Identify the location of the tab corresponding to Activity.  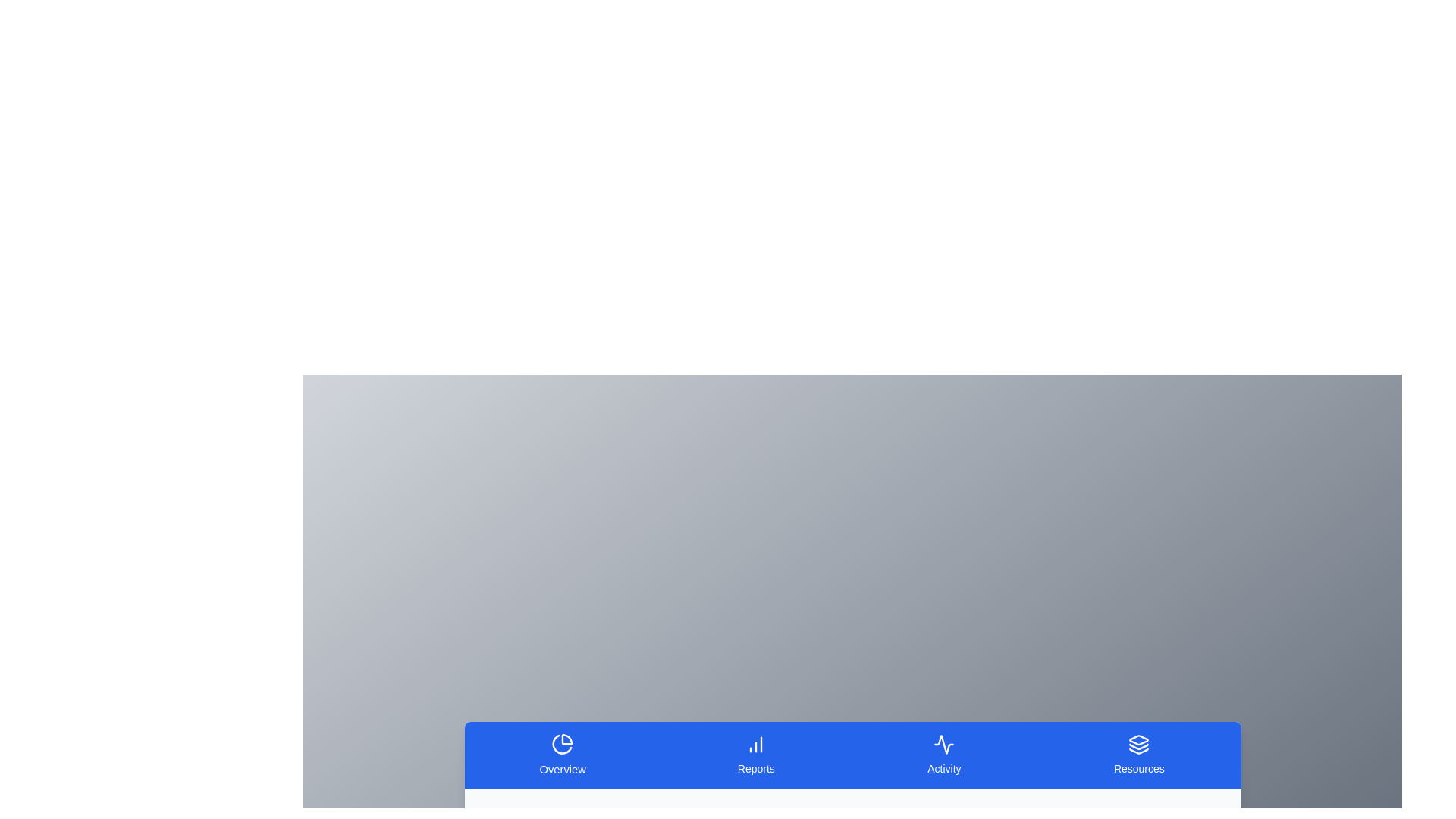
(943, 755).